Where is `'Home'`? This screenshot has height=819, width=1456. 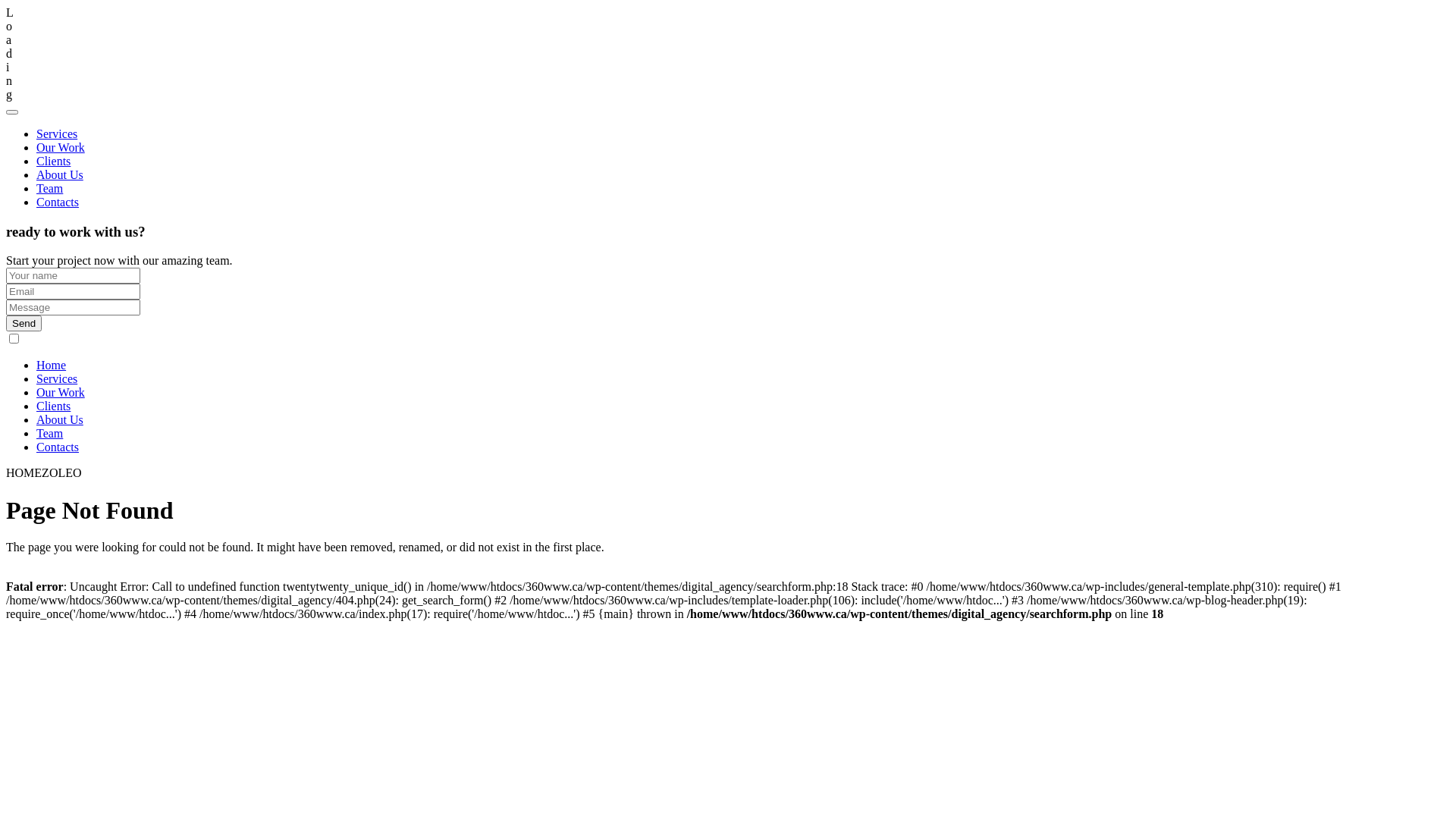
'Home' is located at coordinates (51, 365).